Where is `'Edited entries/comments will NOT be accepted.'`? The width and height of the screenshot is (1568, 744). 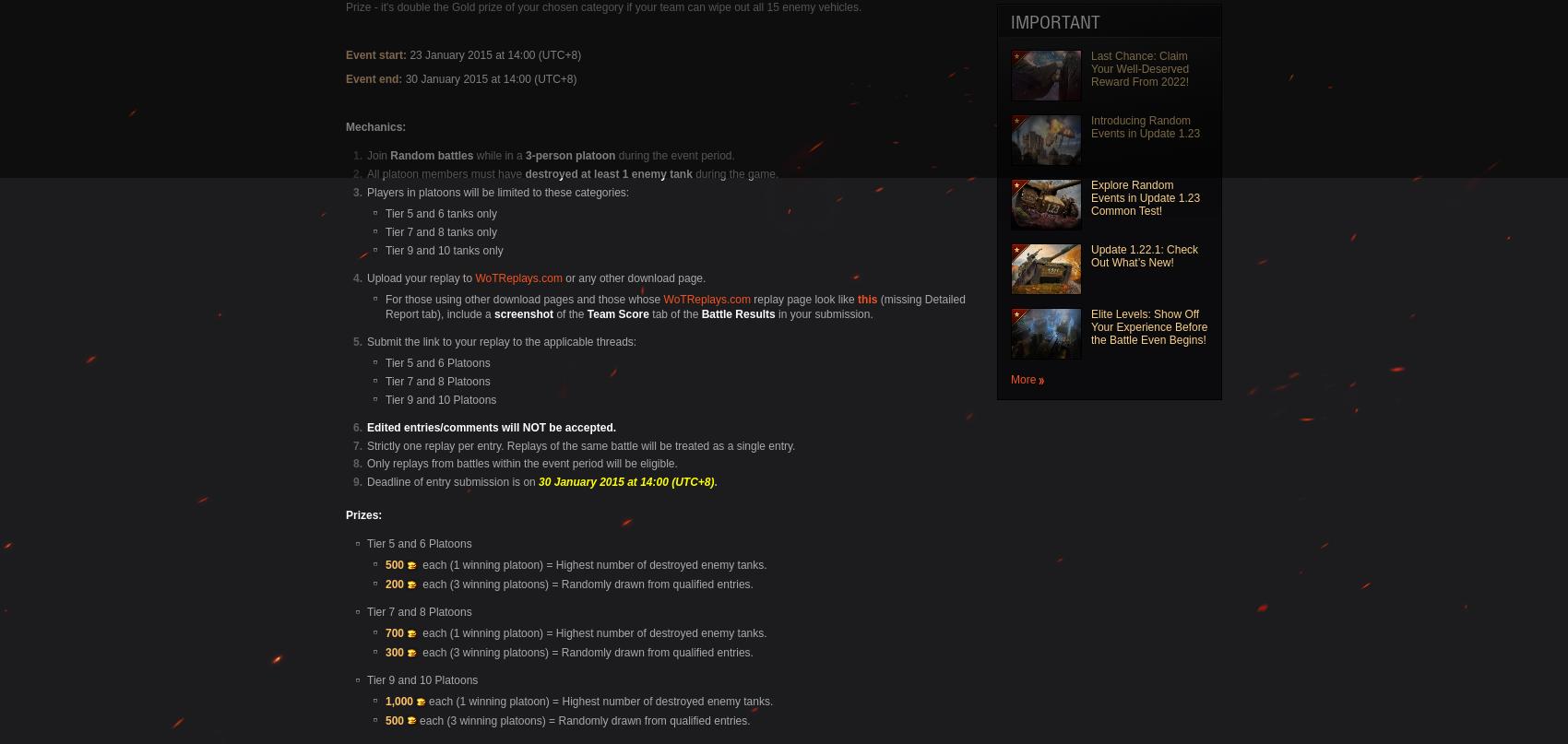 'Edited entries/comments will NOT be accepted.' is located at coordinates (490, 425).